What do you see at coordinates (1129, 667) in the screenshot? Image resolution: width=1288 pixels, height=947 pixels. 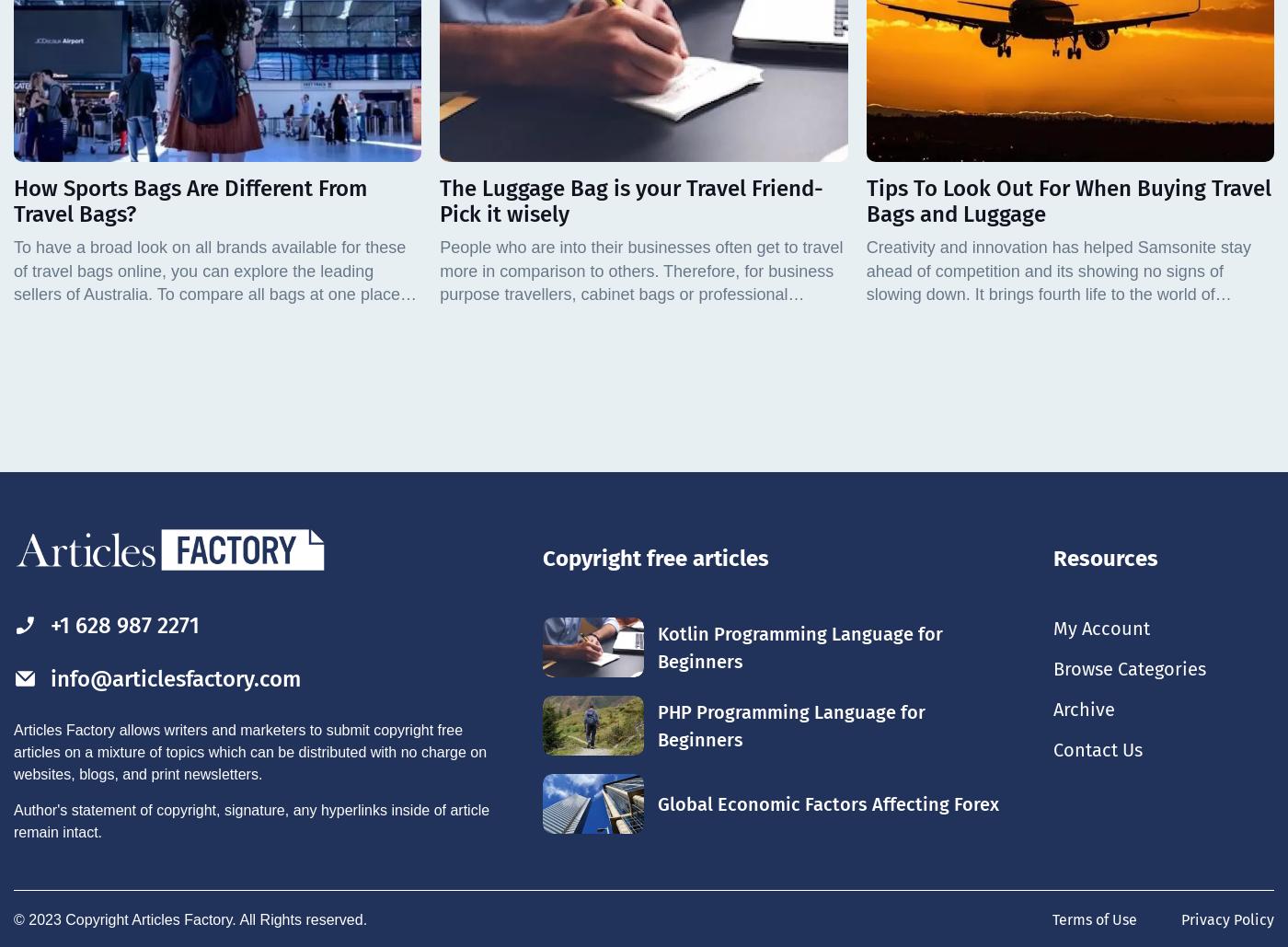 I see `'Browse Categories'` at bounding box center [1129, 667].